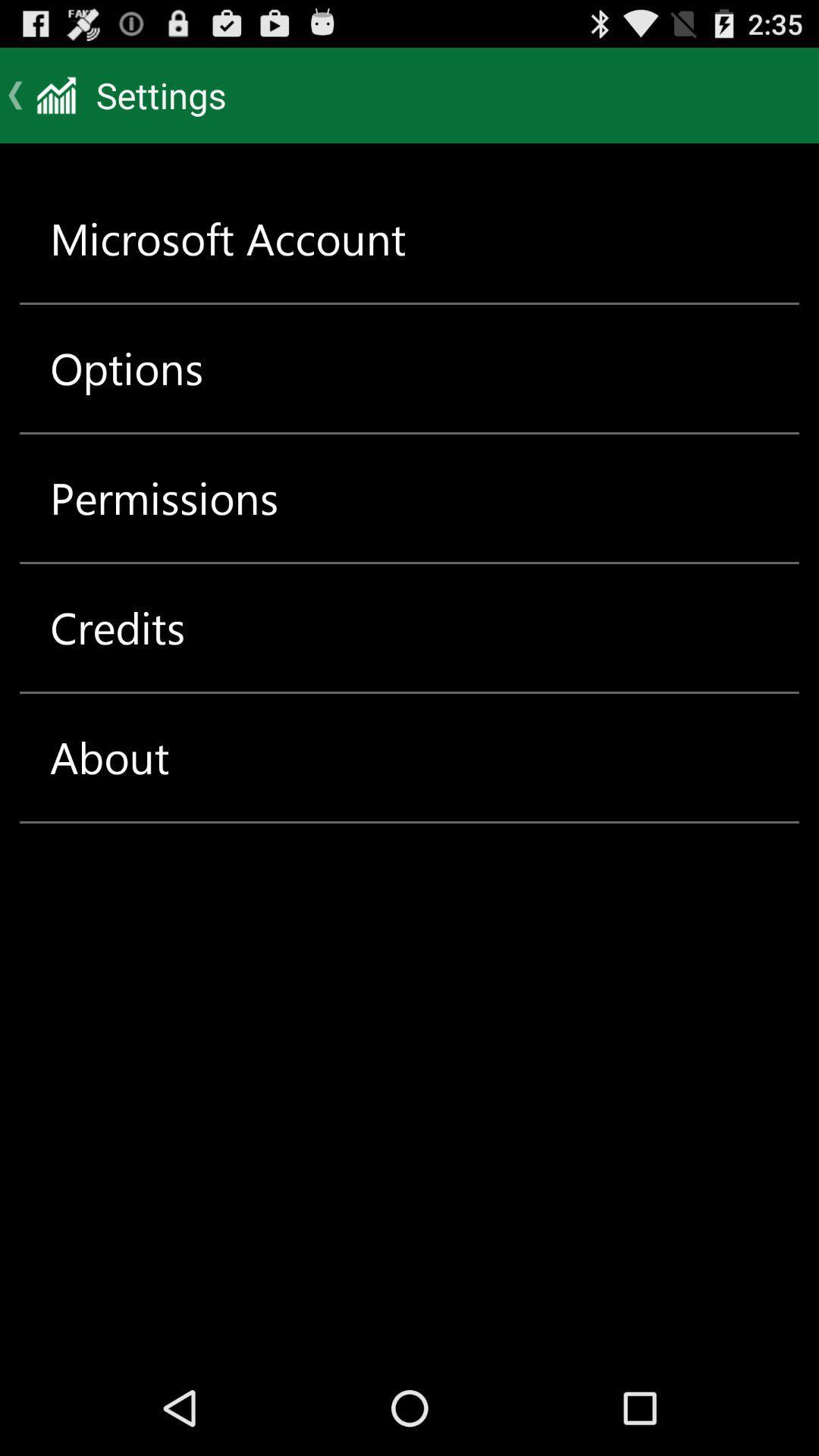  Describe the element at coordinates (227, 238) in the screenshot. I see `the microsoft account` at that location.